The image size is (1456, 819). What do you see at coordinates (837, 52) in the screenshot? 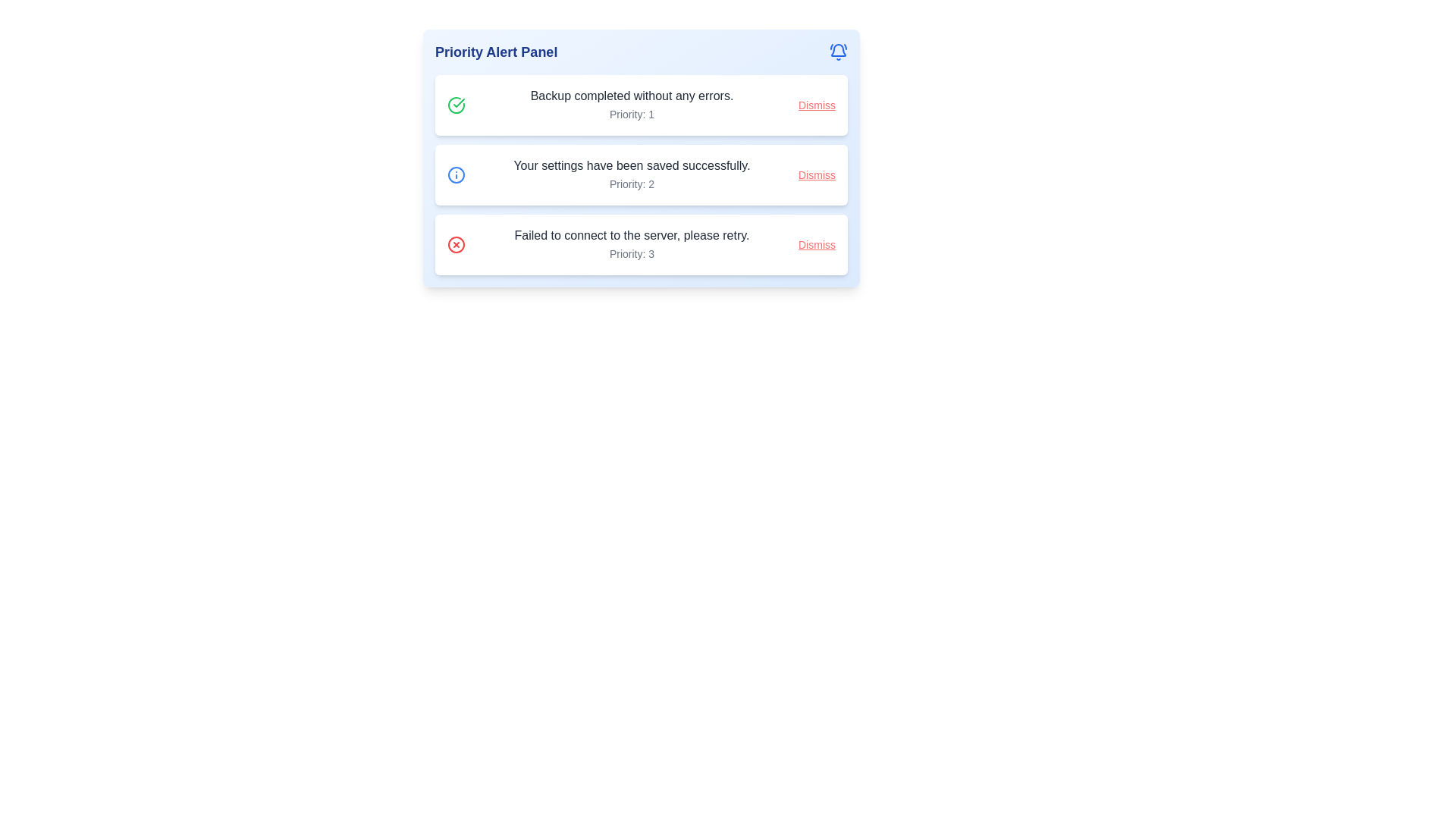
I see `the bell icon with a ringing indication, styled in blue, located at the top-right corner of the 'Priority Alert Panel'` at bounding box center [837, 52].